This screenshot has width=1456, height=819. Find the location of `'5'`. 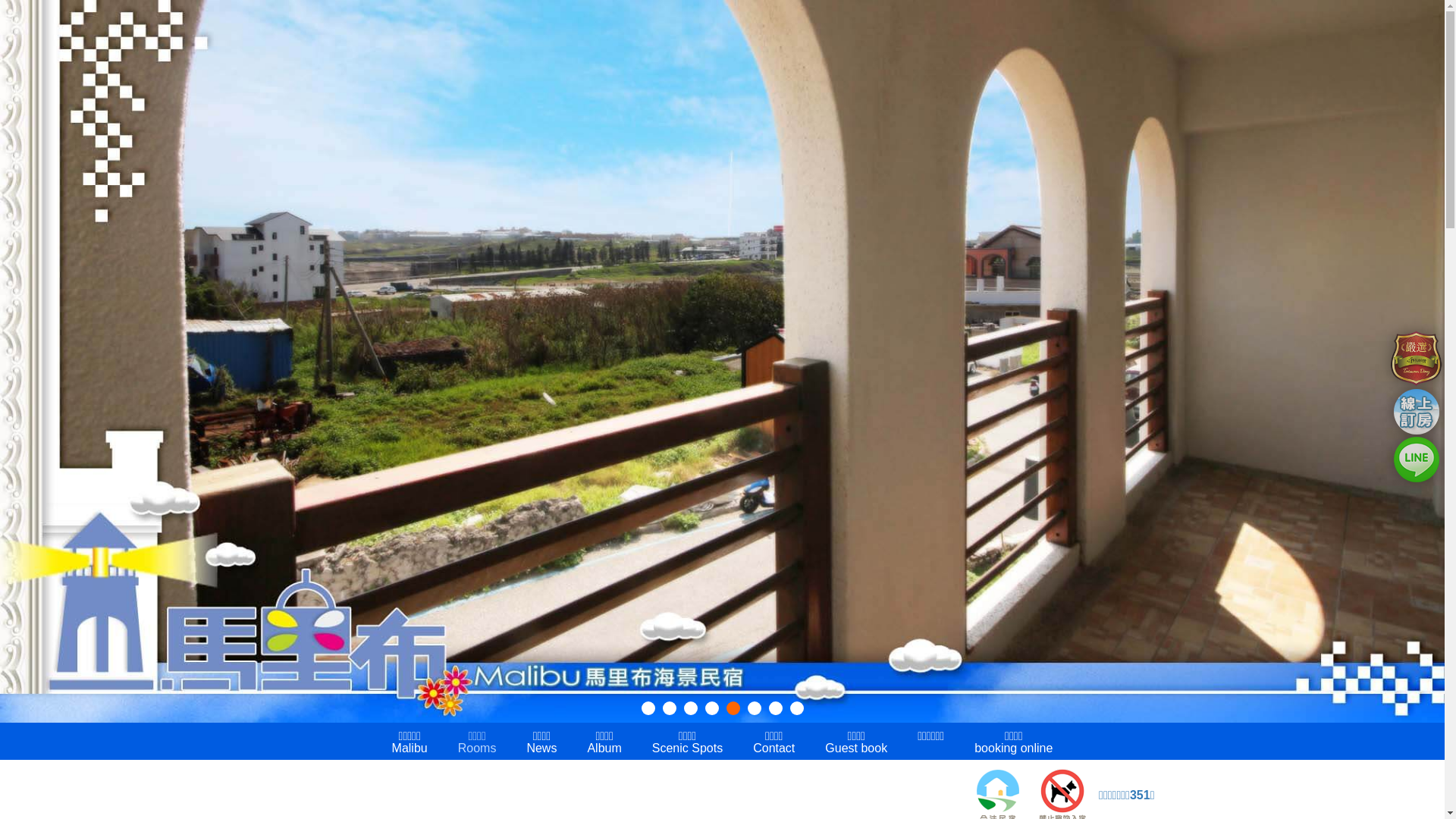

'5' is located at coordinates (733, 708).